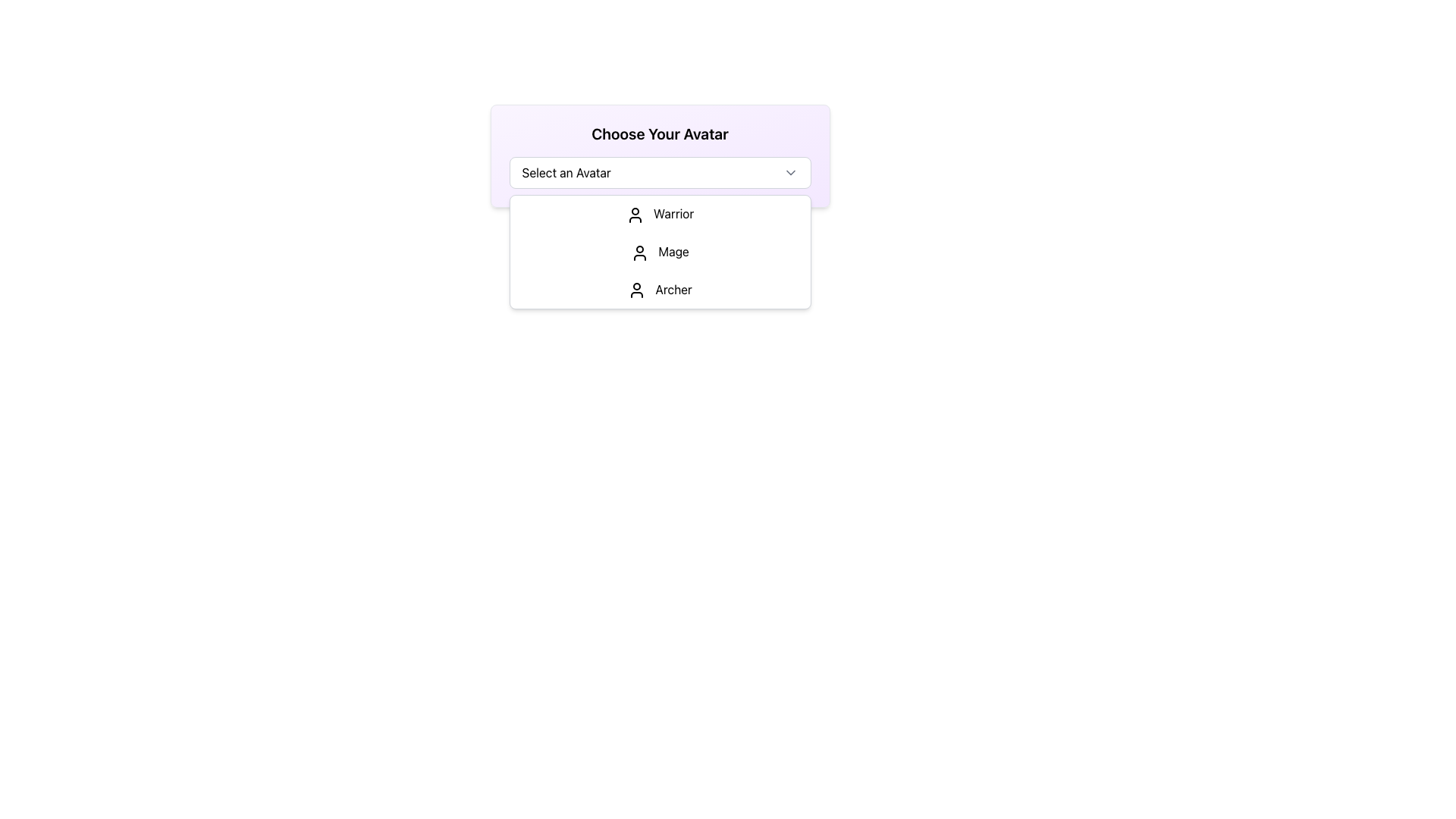 The width and height of the screenshot is (1456, 819). I want to click on the stylized user icon representing the 'Archer' avatar in the dropdown menu, so click(637, 290).